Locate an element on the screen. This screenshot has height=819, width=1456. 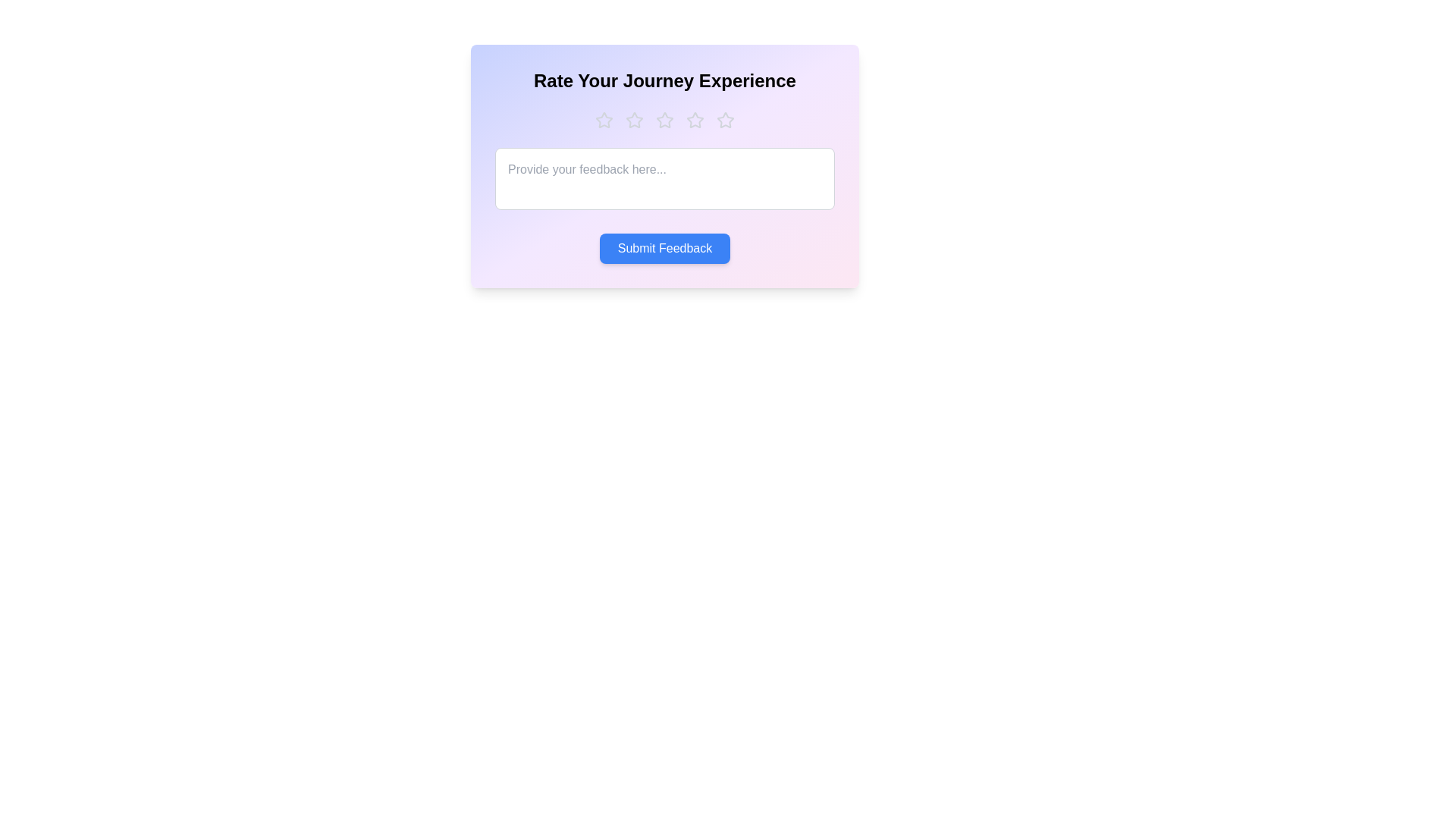
the 'Submit Feedback' button to submit the feedback is located at coordinates (665, 247).